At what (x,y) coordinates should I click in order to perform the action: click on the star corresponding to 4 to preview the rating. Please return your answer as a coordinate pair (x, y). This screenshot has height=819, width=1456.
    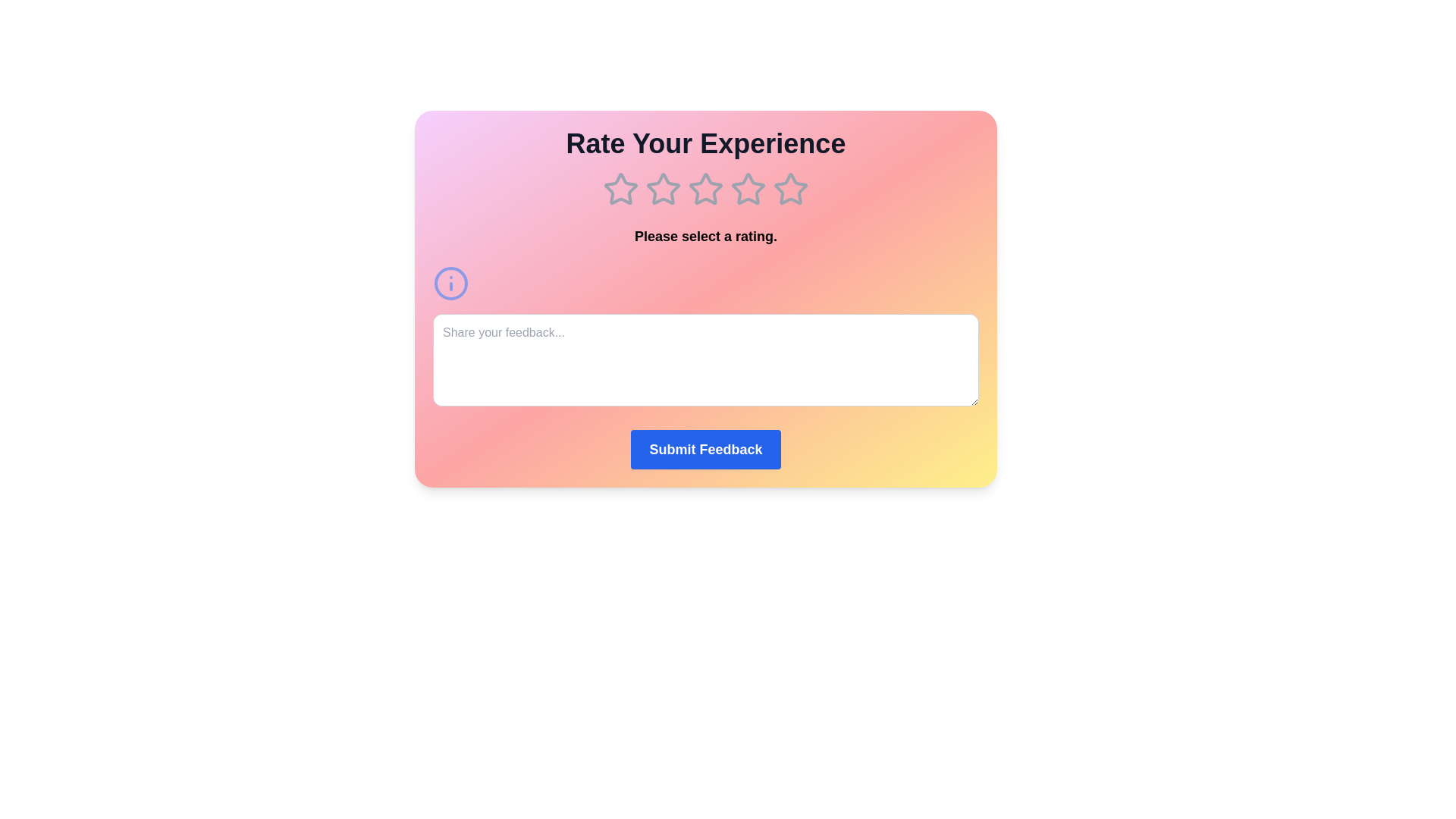
    Looking at the image, I should click on (748, 189).